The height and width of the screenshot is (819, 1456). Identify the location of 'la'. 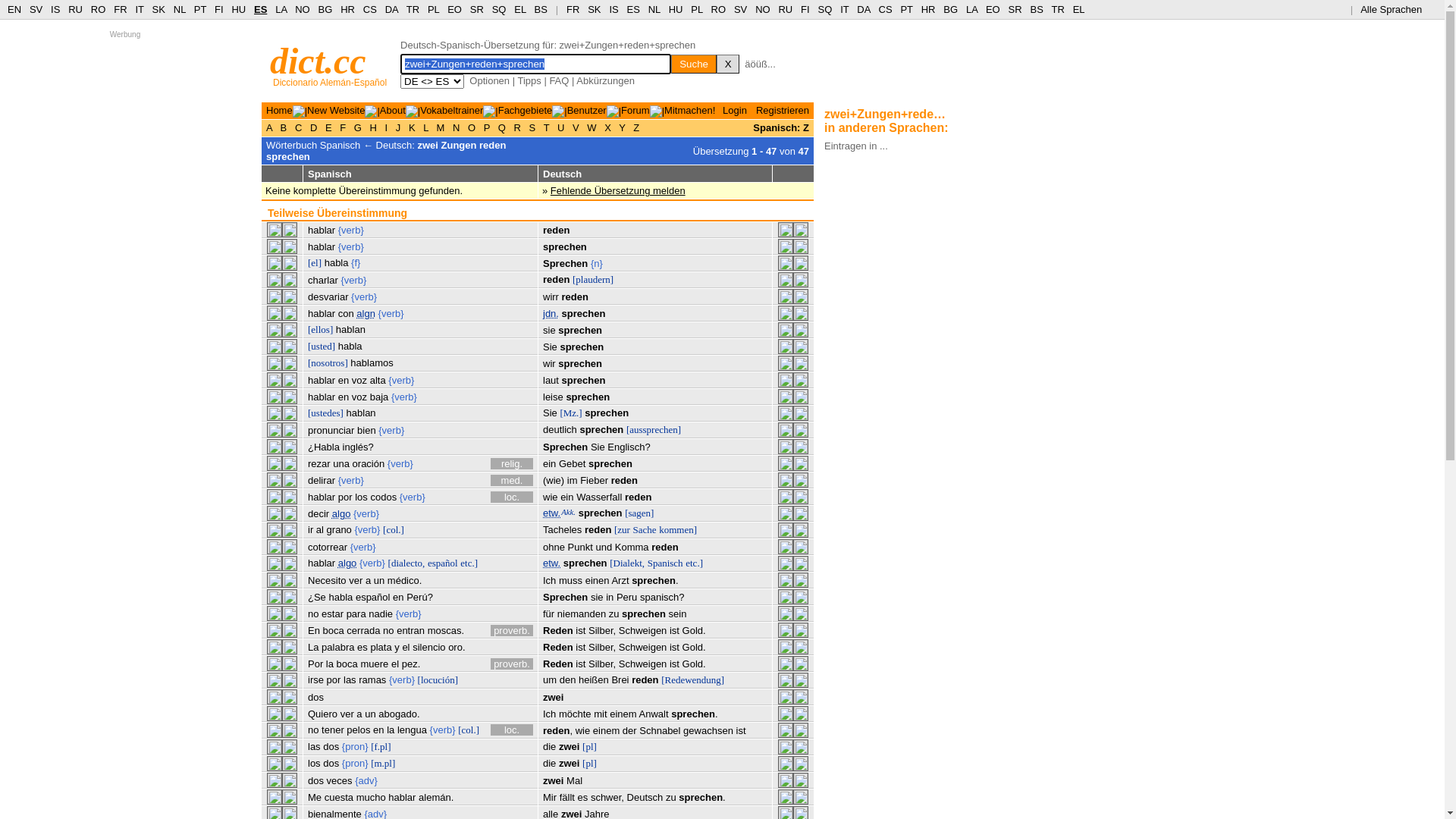
(390, 729).